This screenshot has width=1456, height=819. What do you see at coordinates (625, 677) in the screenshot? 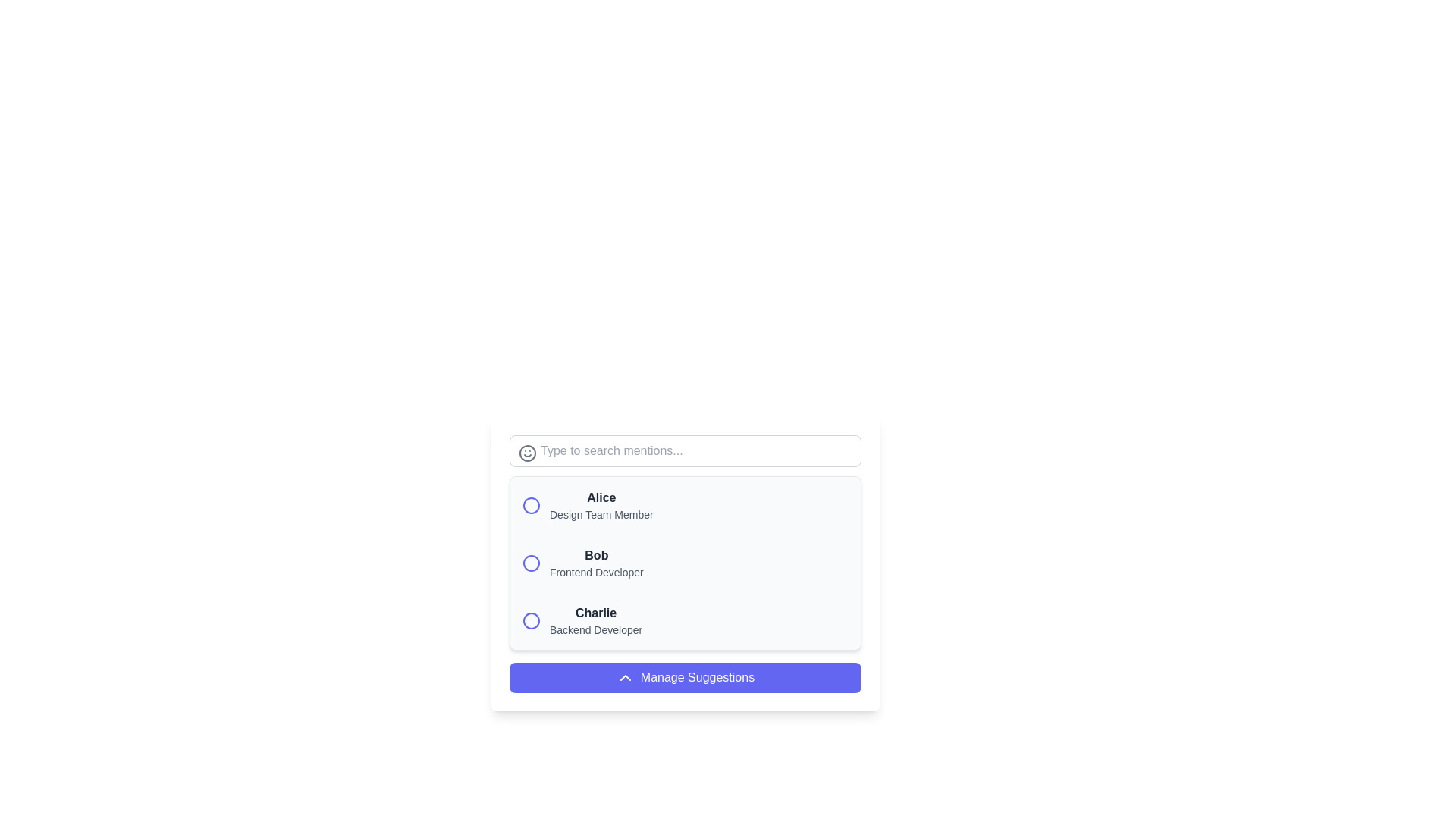
I see `the icon located to the left of the 'Manage Suggestions' button, which serves as an indicator for expandable functionality` at bounding box center [625, 677].